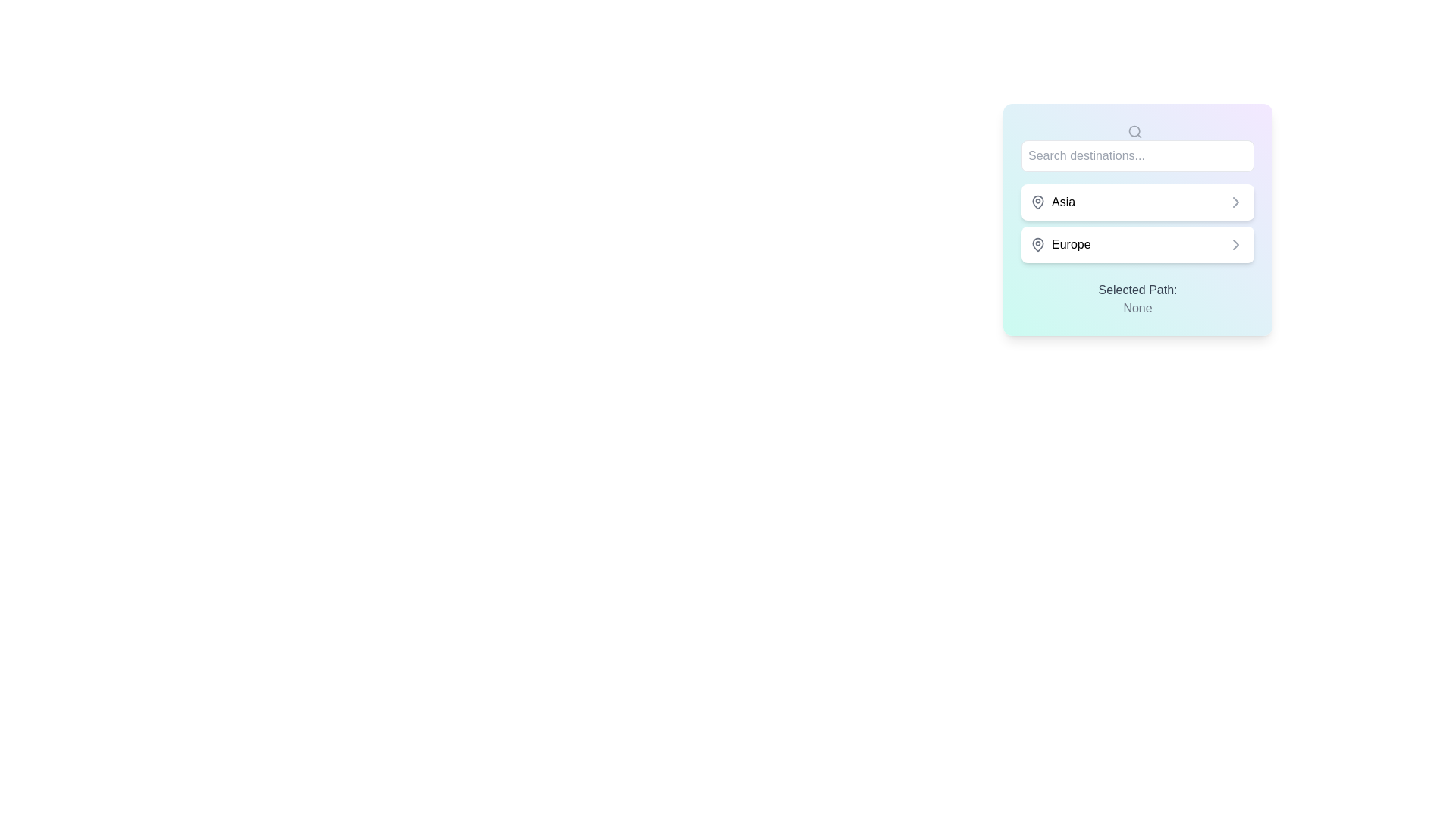  I want to click on the text label representing 'Europe' in the vertical list, which is the second item beneath 'Asia', so click(1059, 244).